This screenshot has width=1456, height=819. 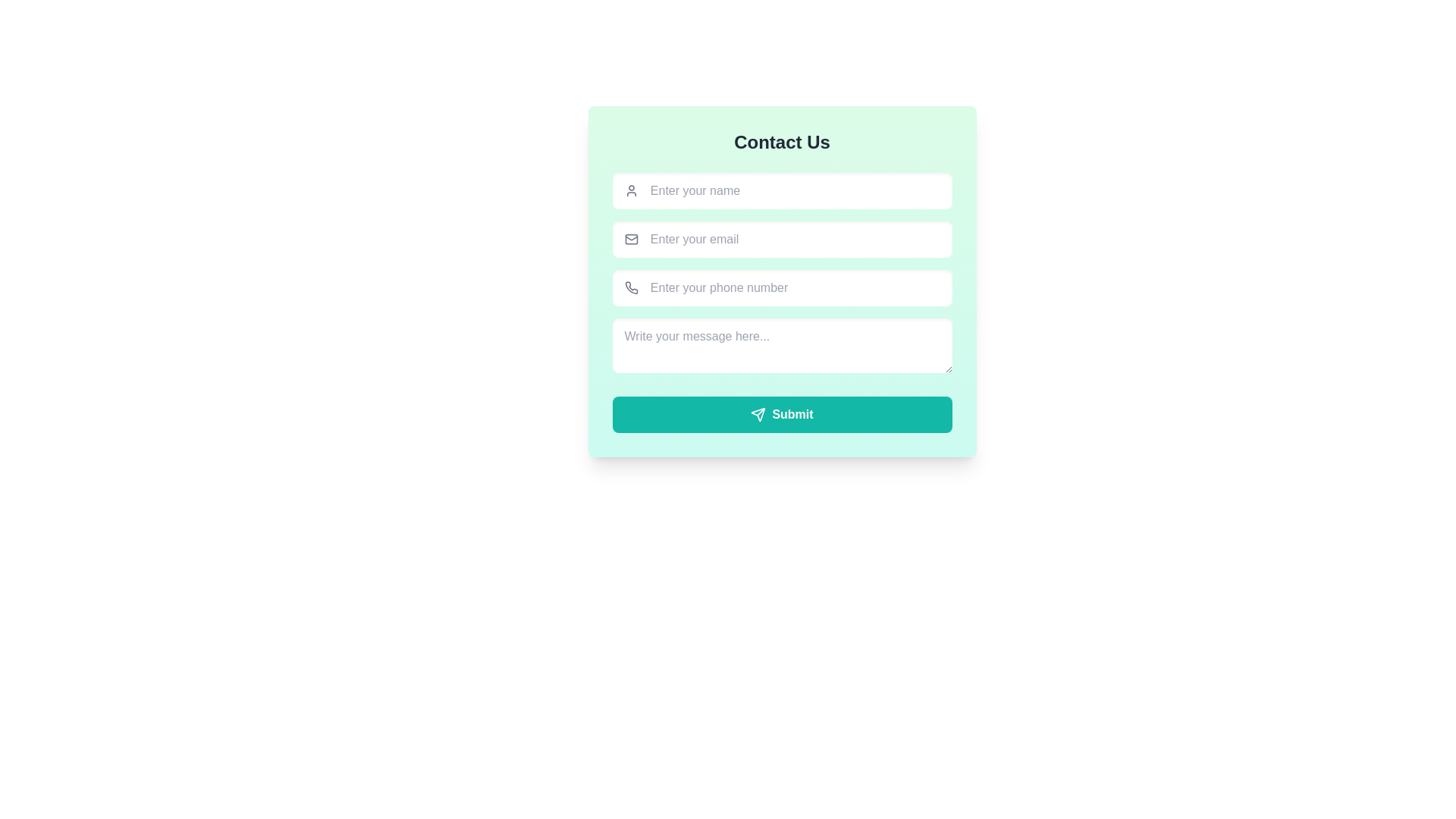 What do you see at coordinates (792, 415) in the screenshot?
I see `label of the button that submits the form data, which is located at the center-right part of the teal-colored button within the 'Contact Us' form interface` at bounding box center [792, 415].